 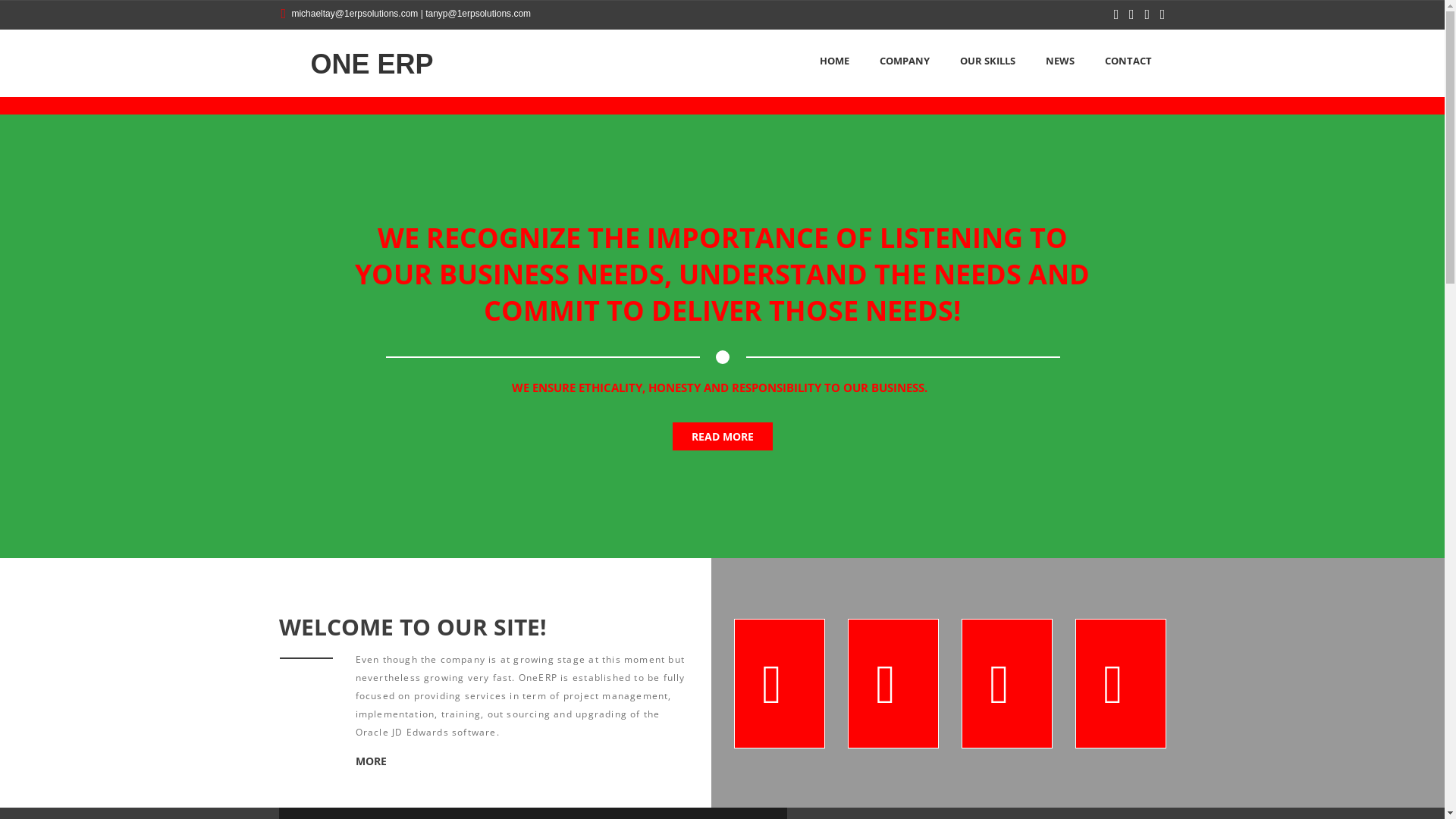 What do you see at coordinates (987, 60) in the screenshot?
I see `'OUR SKILLS'` at bounding box center [987, 60].